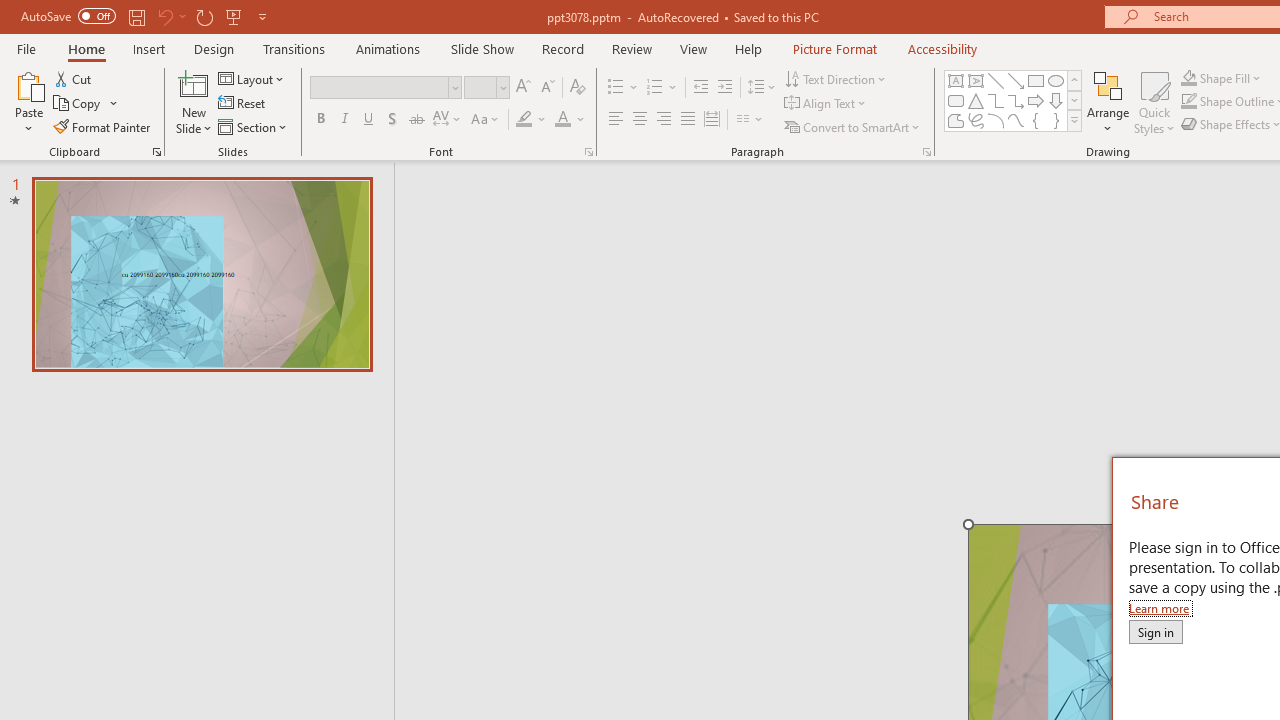  Describe the element at coordinates (1160, 607) in the screenshot. I see `'Learn more'` at that location.